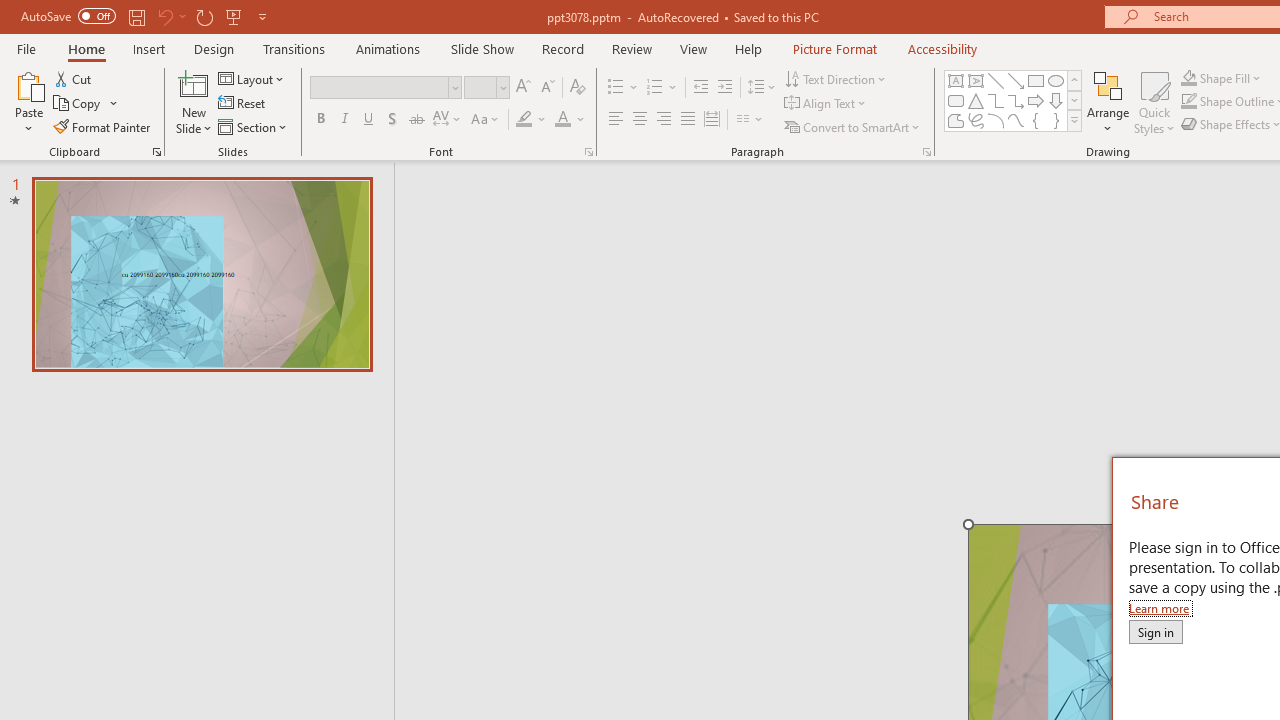  Describe the element at coordinates (1160, 607) in the screenshot. I see `'Learn more'` at that location.